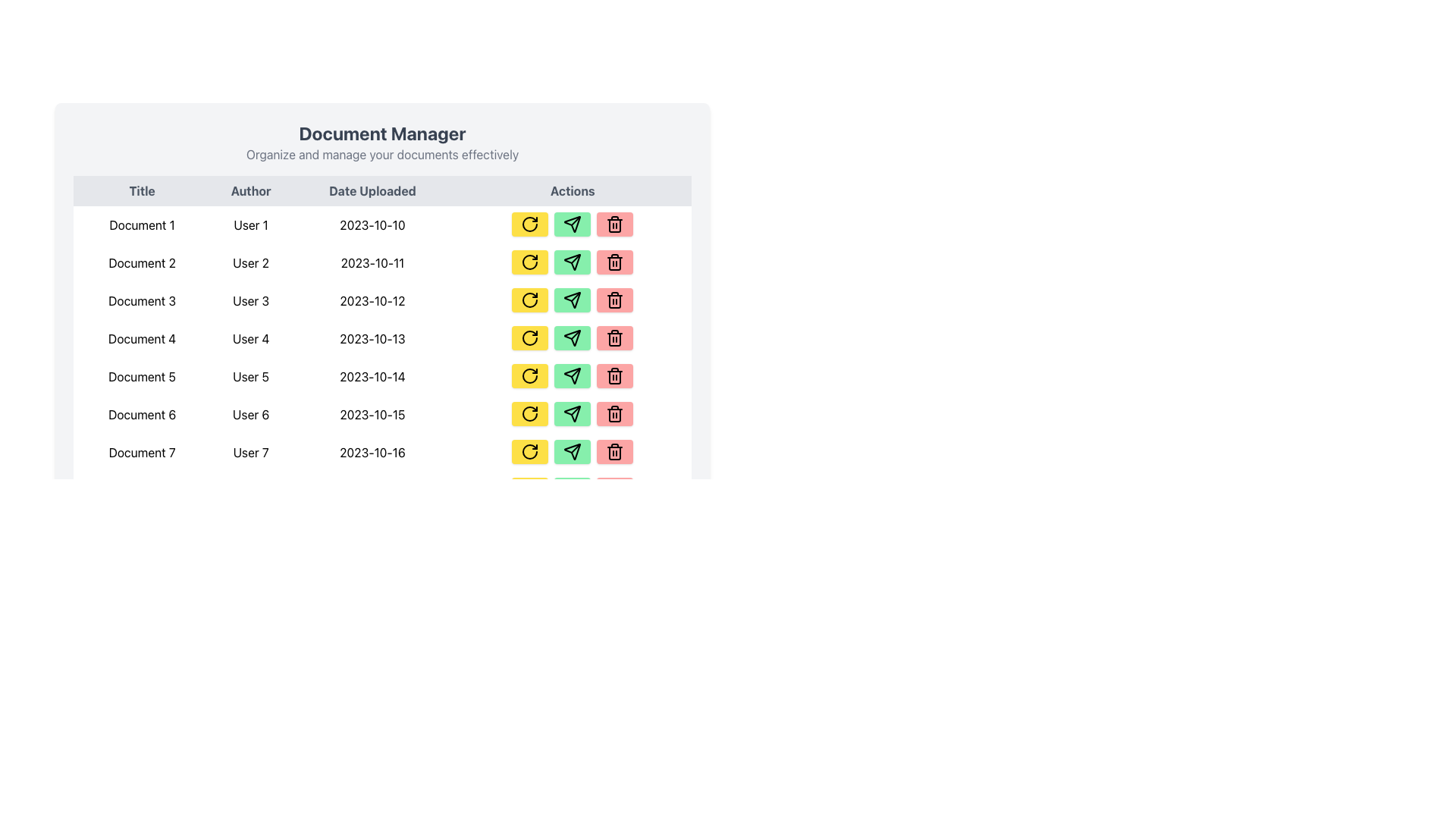  Describe the element at coordinates (572, 224) in the screenshot. I see `the green button with an airplane icon that is centrally positioned in the 'Actions' column, between the 'Refresh' and 'Delete' buttons, to visualize the hover effect` at that location.